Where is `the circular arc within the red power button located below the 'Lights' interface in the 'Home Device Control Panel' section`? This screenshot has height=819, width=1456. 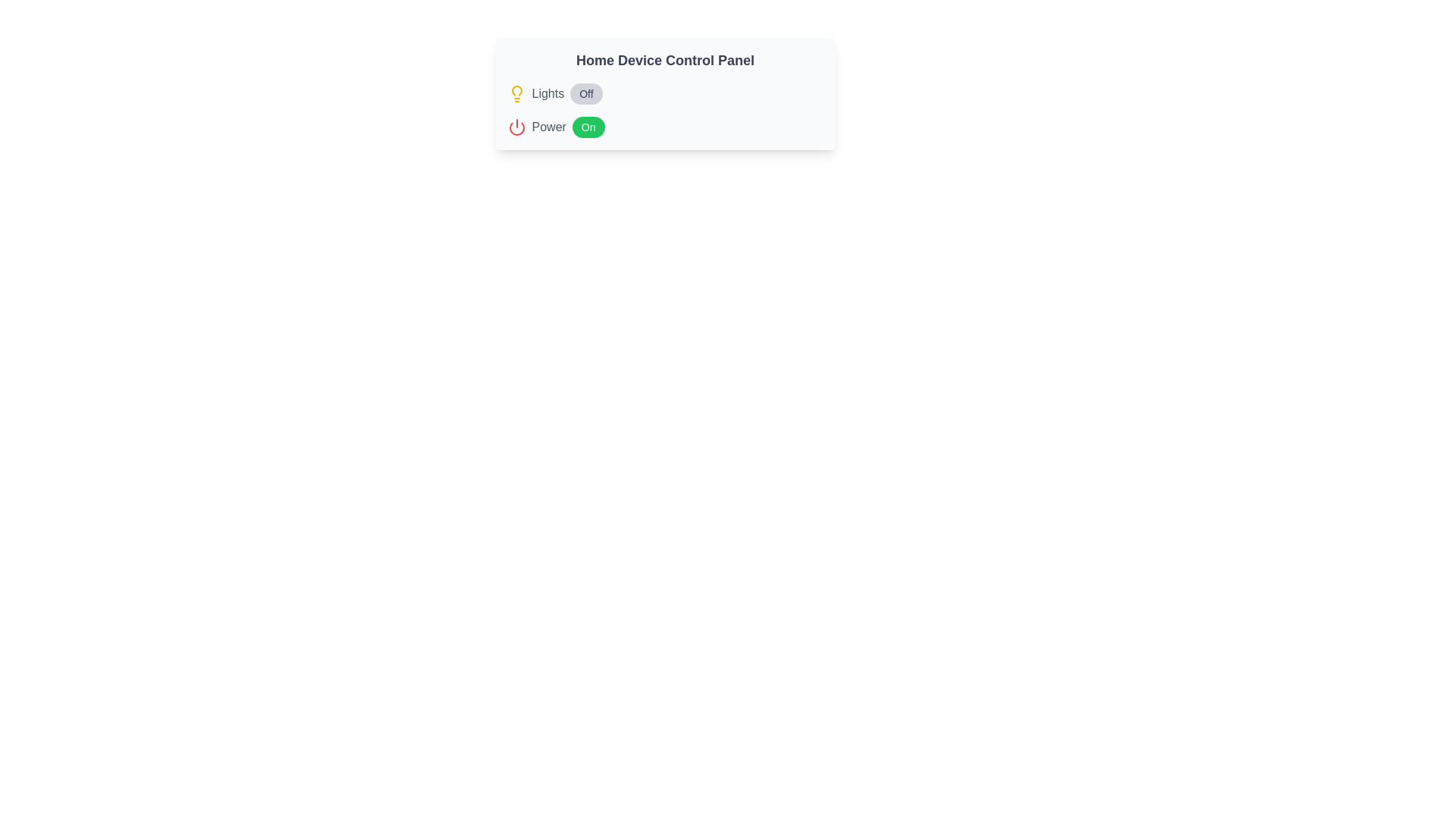 the circular arc within the red power button located below the 'Lights' interface in the 'Home Device Control Panel' section is located at coordinates (516, 128).